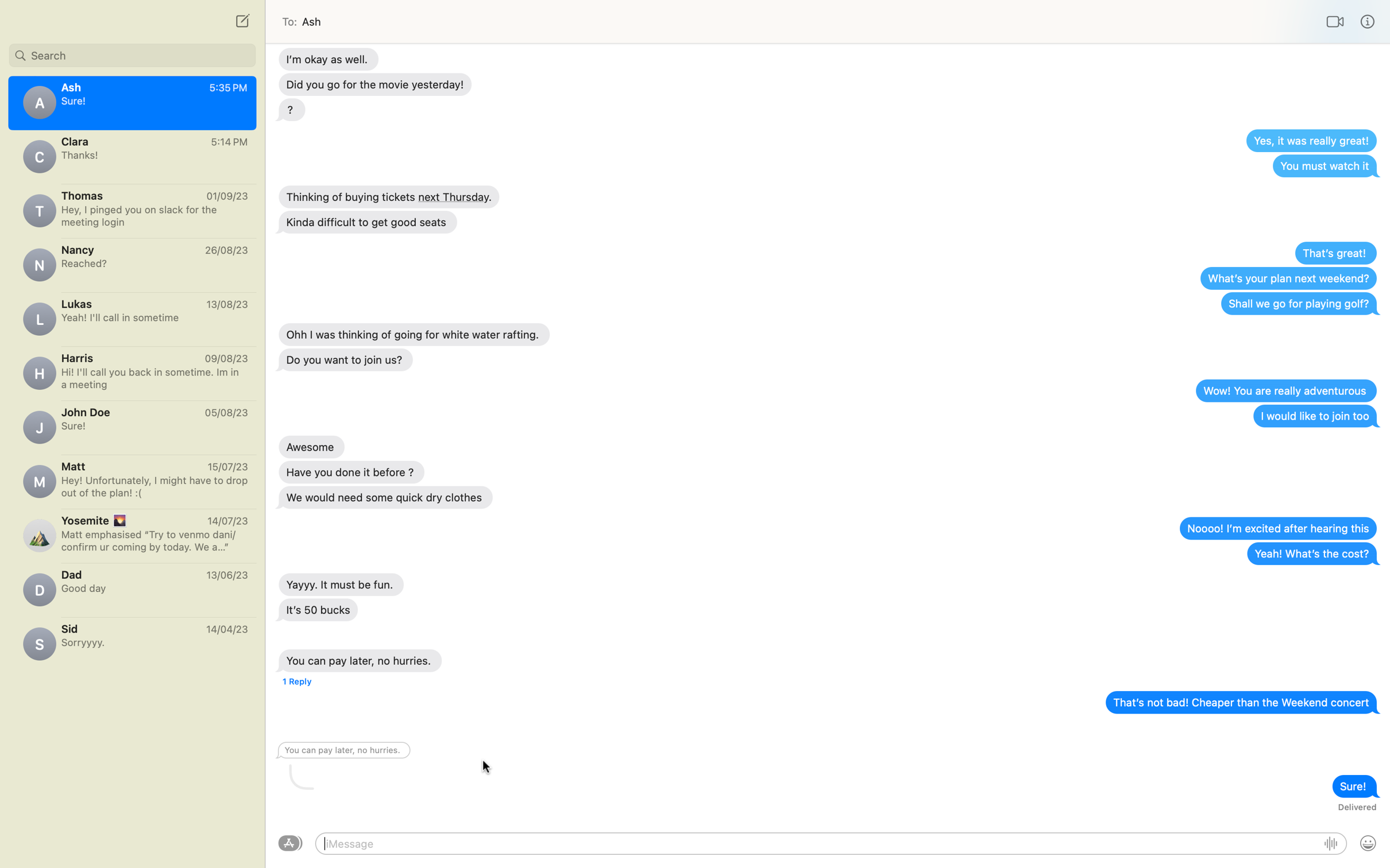 Image resolution: width=1390 pixels, height=868 pixels. Describe the element at coordinates (1367, 844) in the screenshot. I see `Activate emoji by clicking` at that location.